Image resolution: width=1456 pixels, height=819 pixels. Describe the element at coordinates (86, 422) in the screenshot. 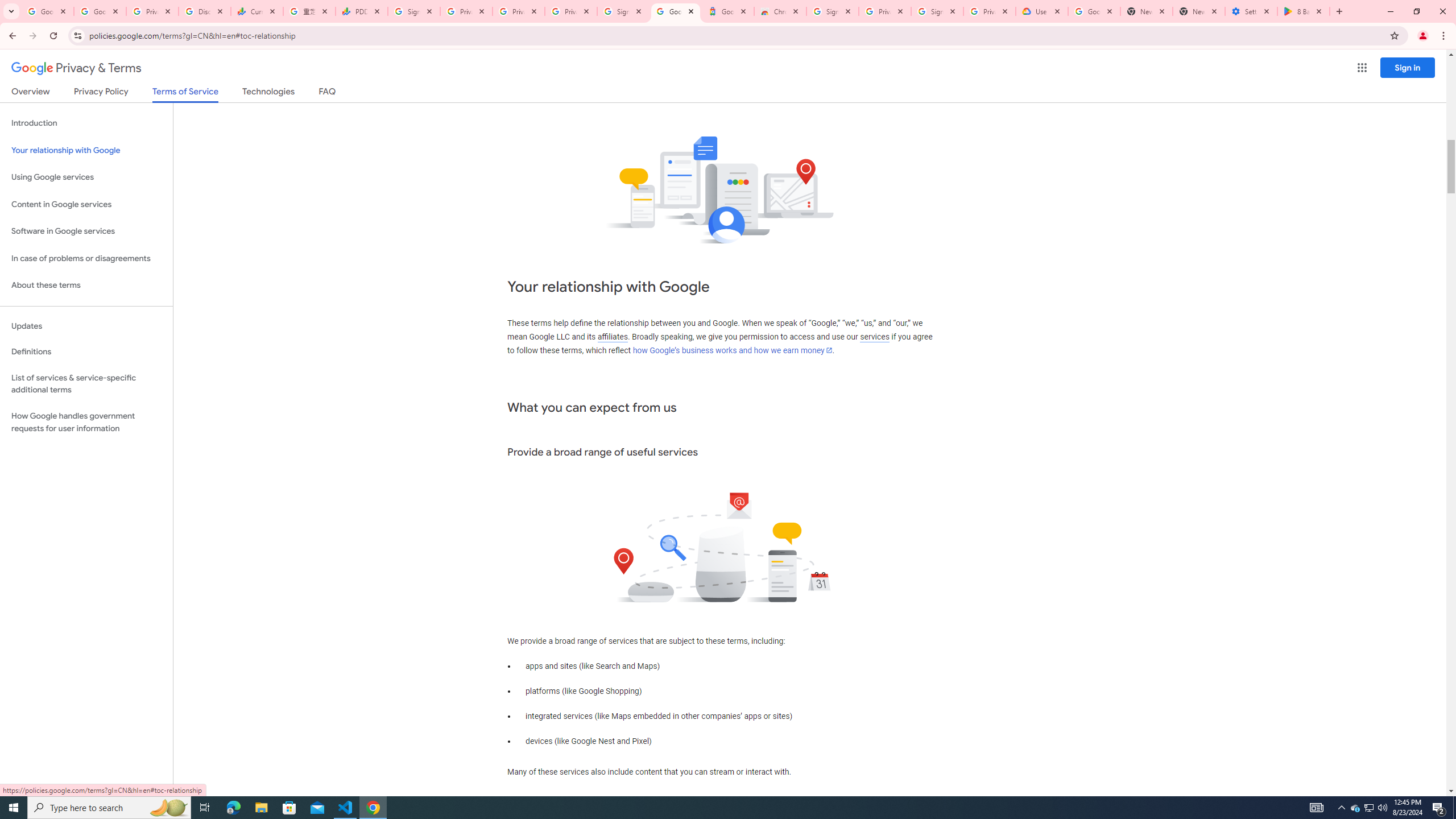

I see `'How Google handles government requests for user information'` at that location.